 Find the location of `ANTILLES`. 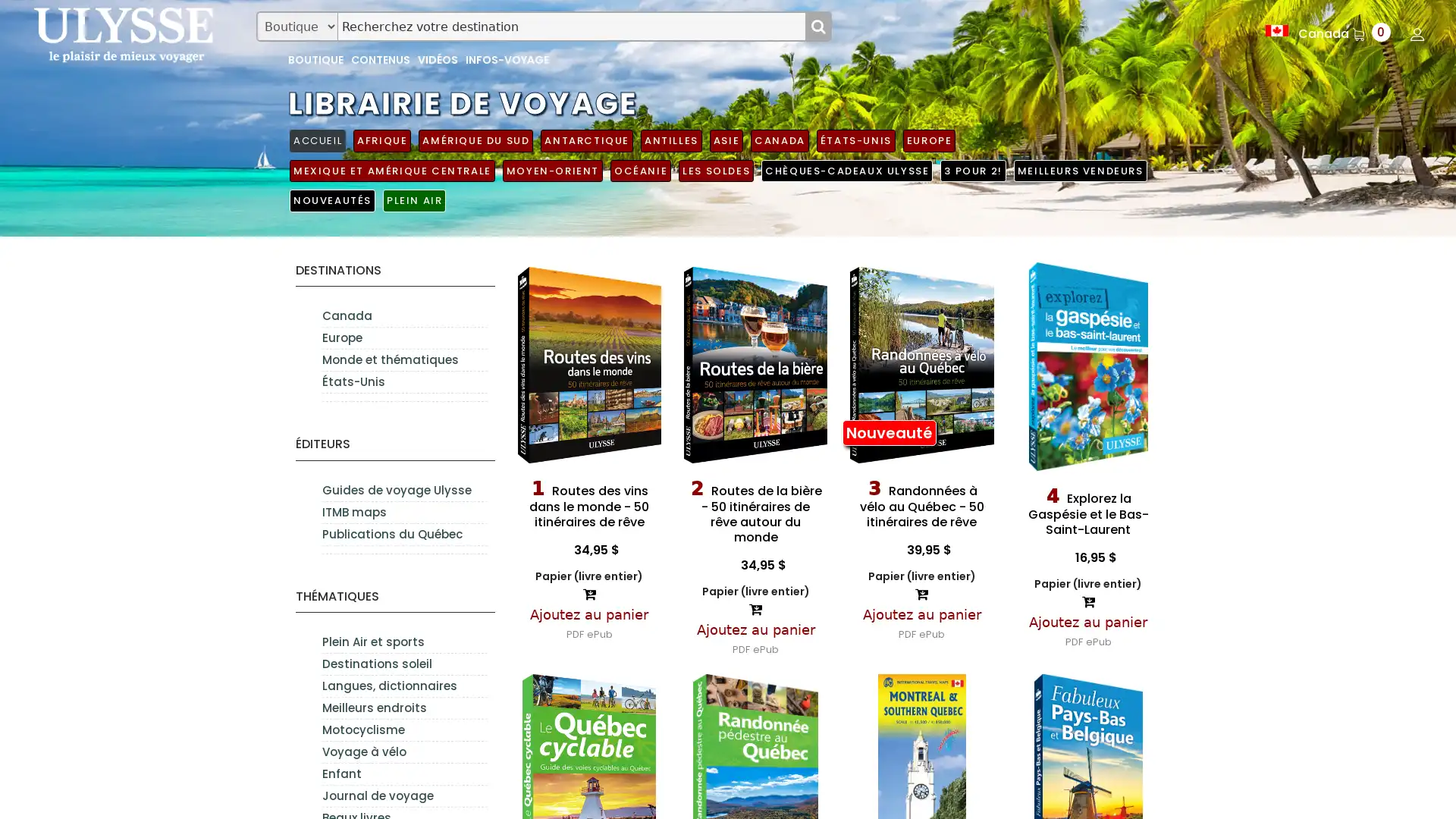

ANTILLES is located at coordinates (670, 140).